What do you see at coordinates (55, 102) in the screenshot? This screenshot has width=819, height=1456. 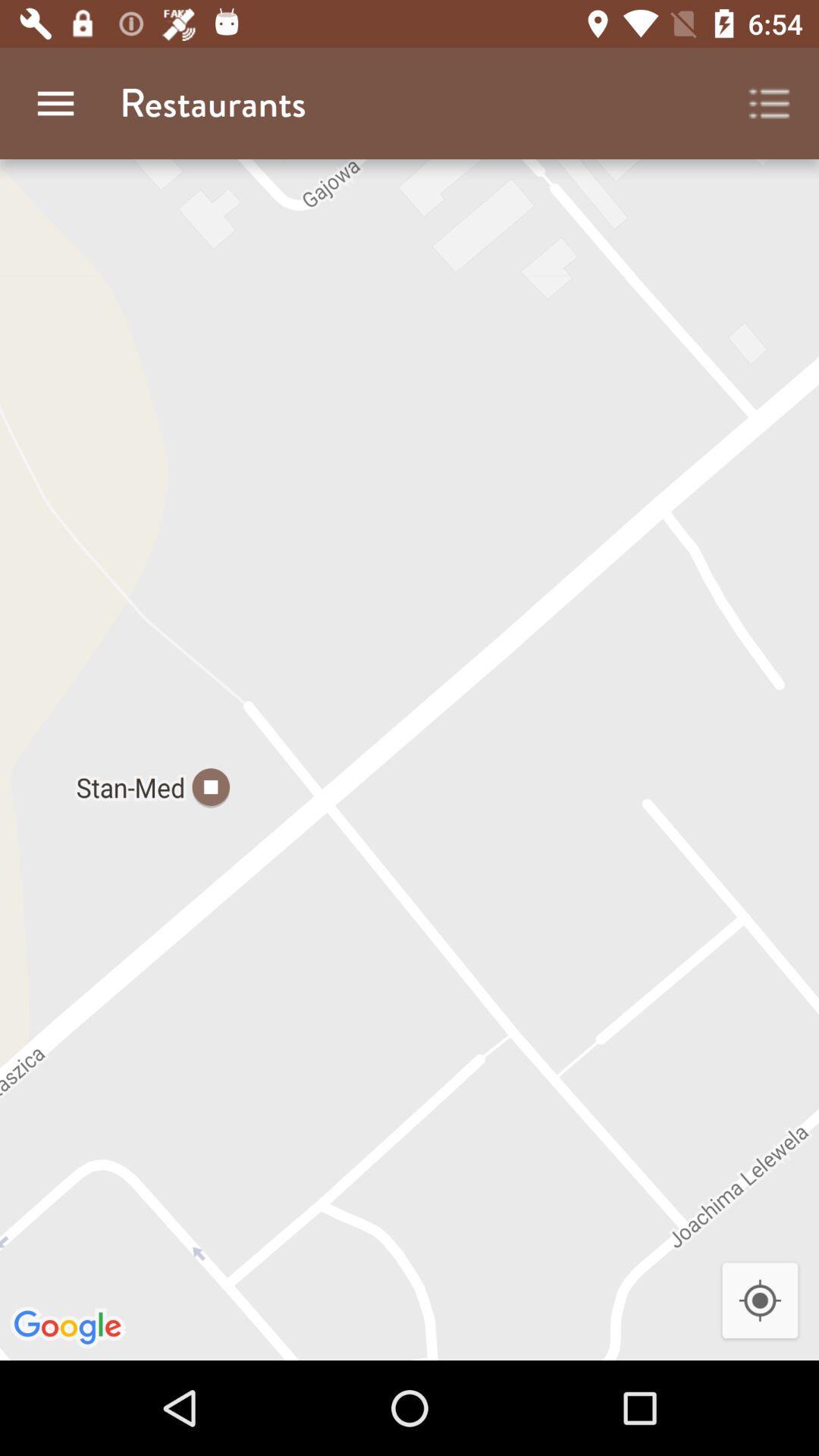 I see `app next to the restaurants` at bounding box center [55, 102].